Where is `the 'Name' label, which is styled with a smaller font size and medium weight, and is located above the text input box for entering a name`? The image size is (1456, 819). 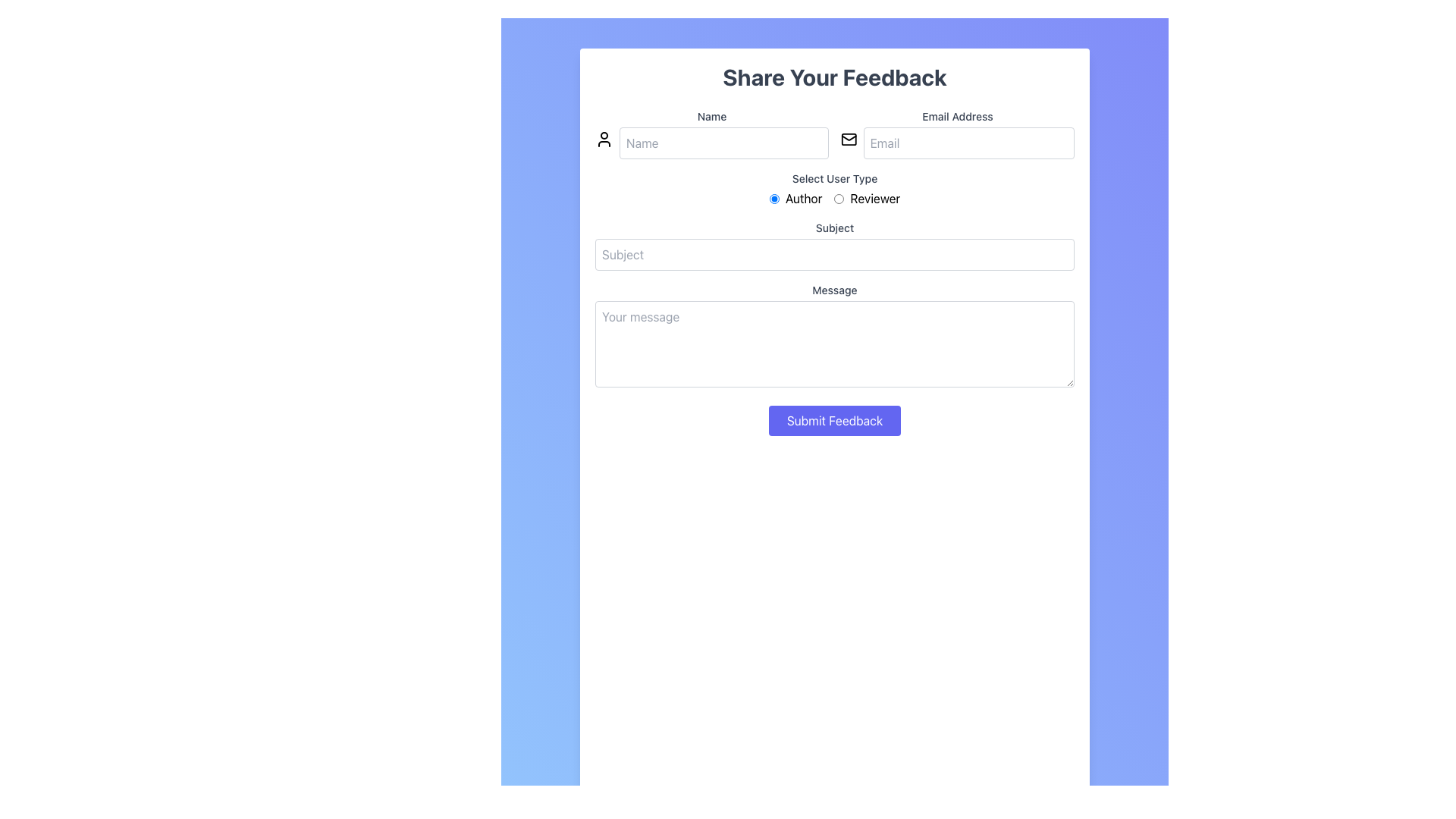 the 'Name' label, which is styled with a smaller font size and medium weight, and is located above the text input box for entering a name is located at coordinates (711, 116).